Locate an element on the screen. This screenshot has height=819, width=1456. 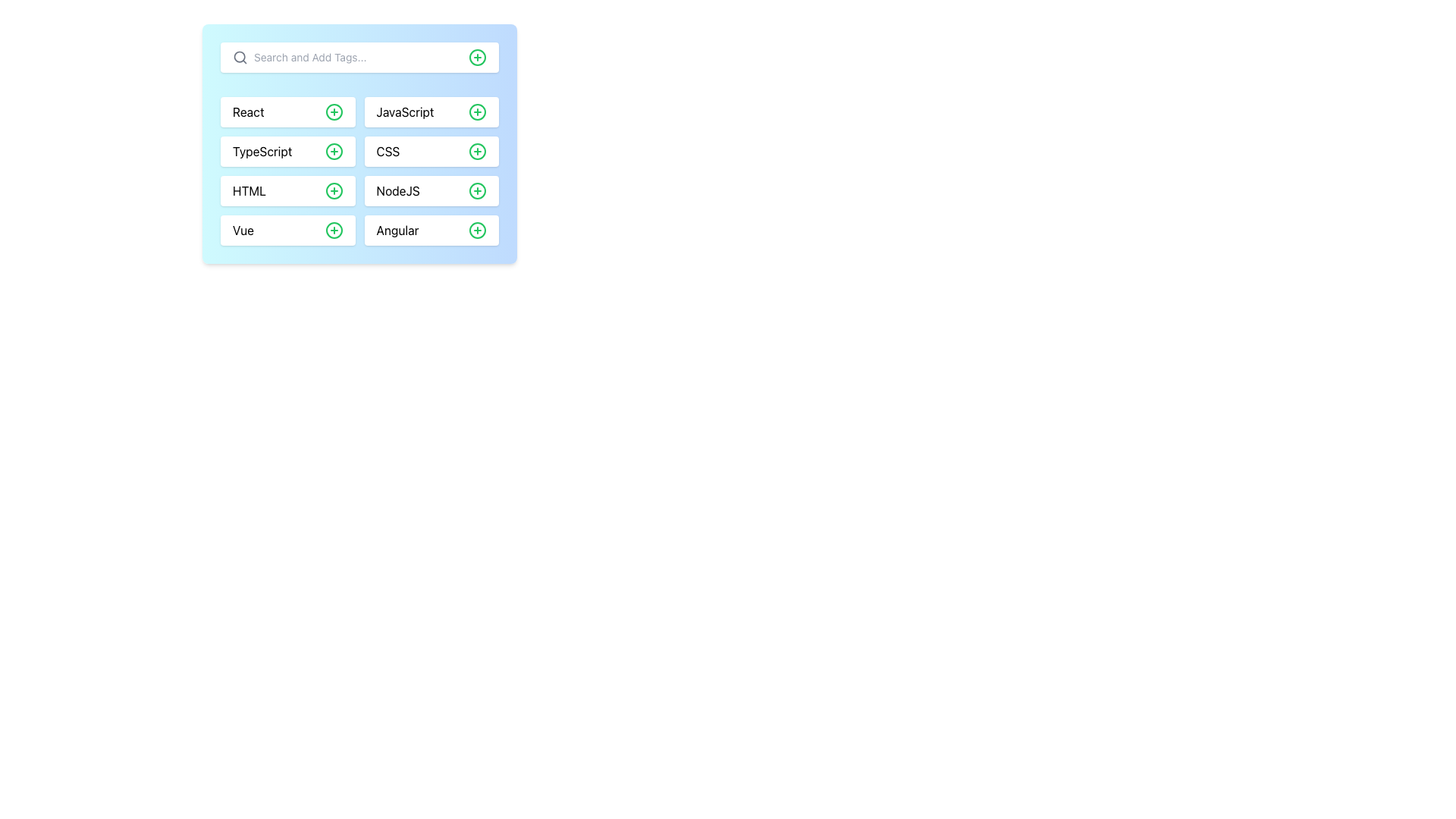
the 'JavaScript' button is located at coordinates (431, 111).